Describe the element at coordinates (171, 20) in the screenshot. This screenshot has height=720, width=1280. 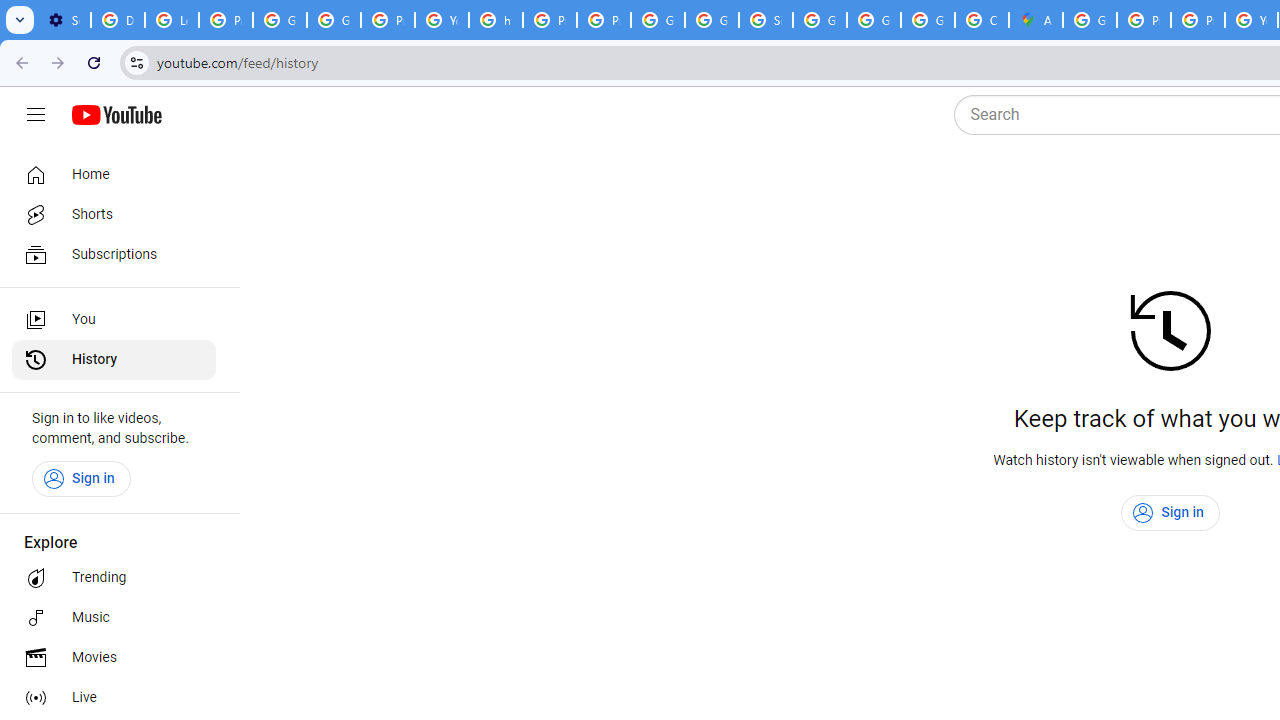
I see `'Learn how to find your photos - Google Photos Help'` at that location.